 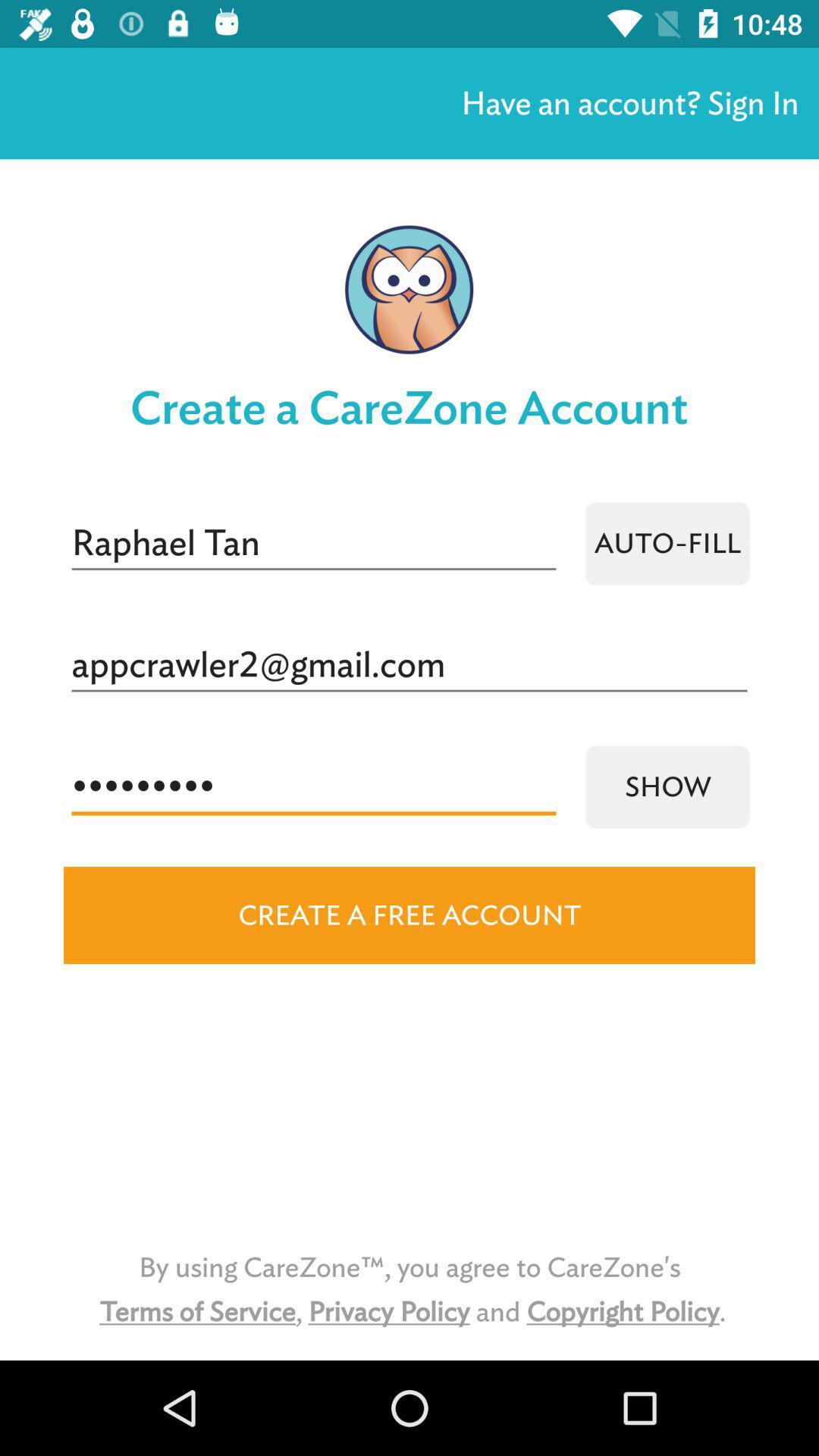 I want to click on the item to the left of auto-fill icon, so click(x=312, y=543).